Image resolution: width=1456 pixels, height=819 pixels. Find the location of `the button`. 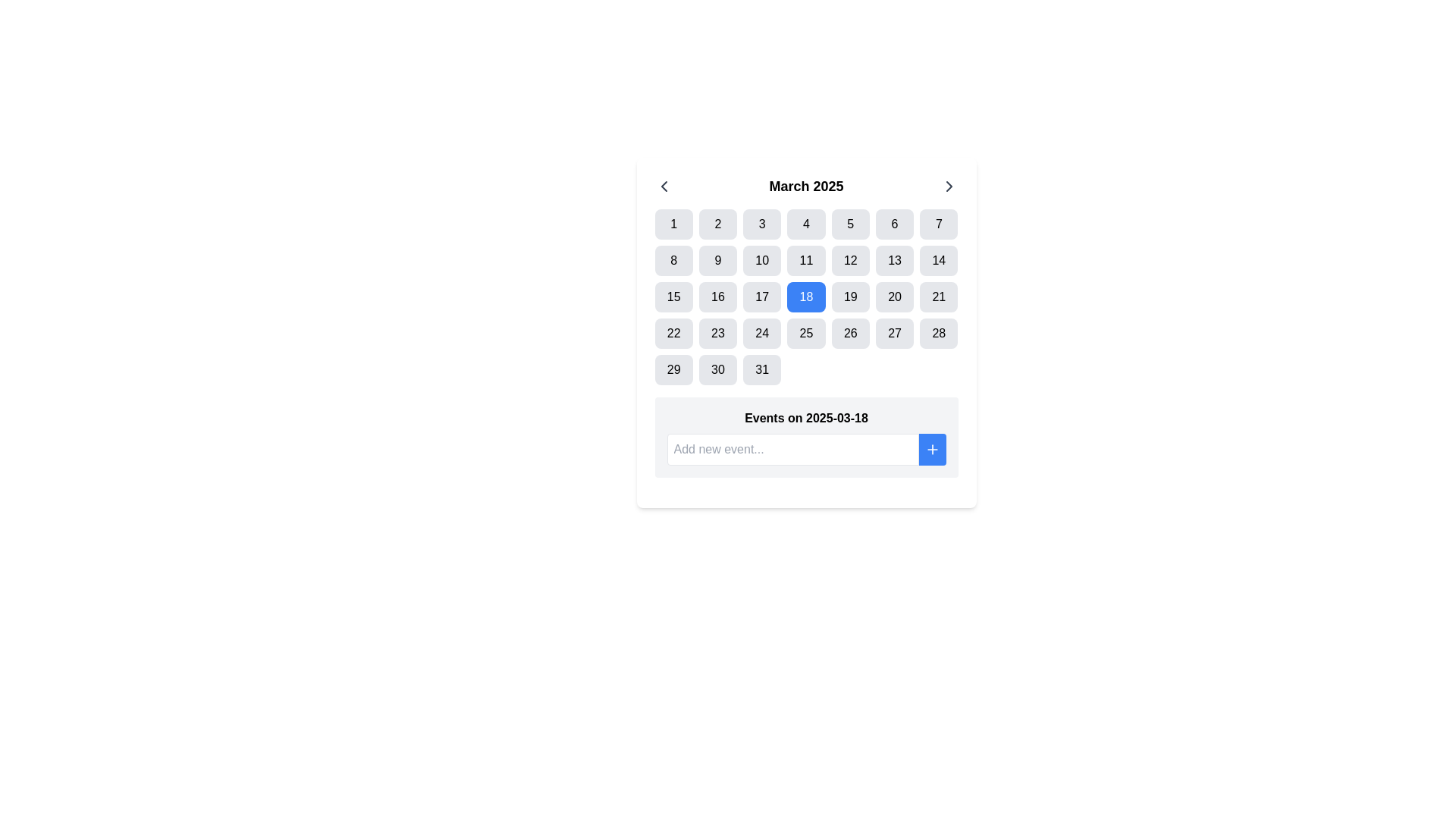

the button is located at coordinates (664, 186).